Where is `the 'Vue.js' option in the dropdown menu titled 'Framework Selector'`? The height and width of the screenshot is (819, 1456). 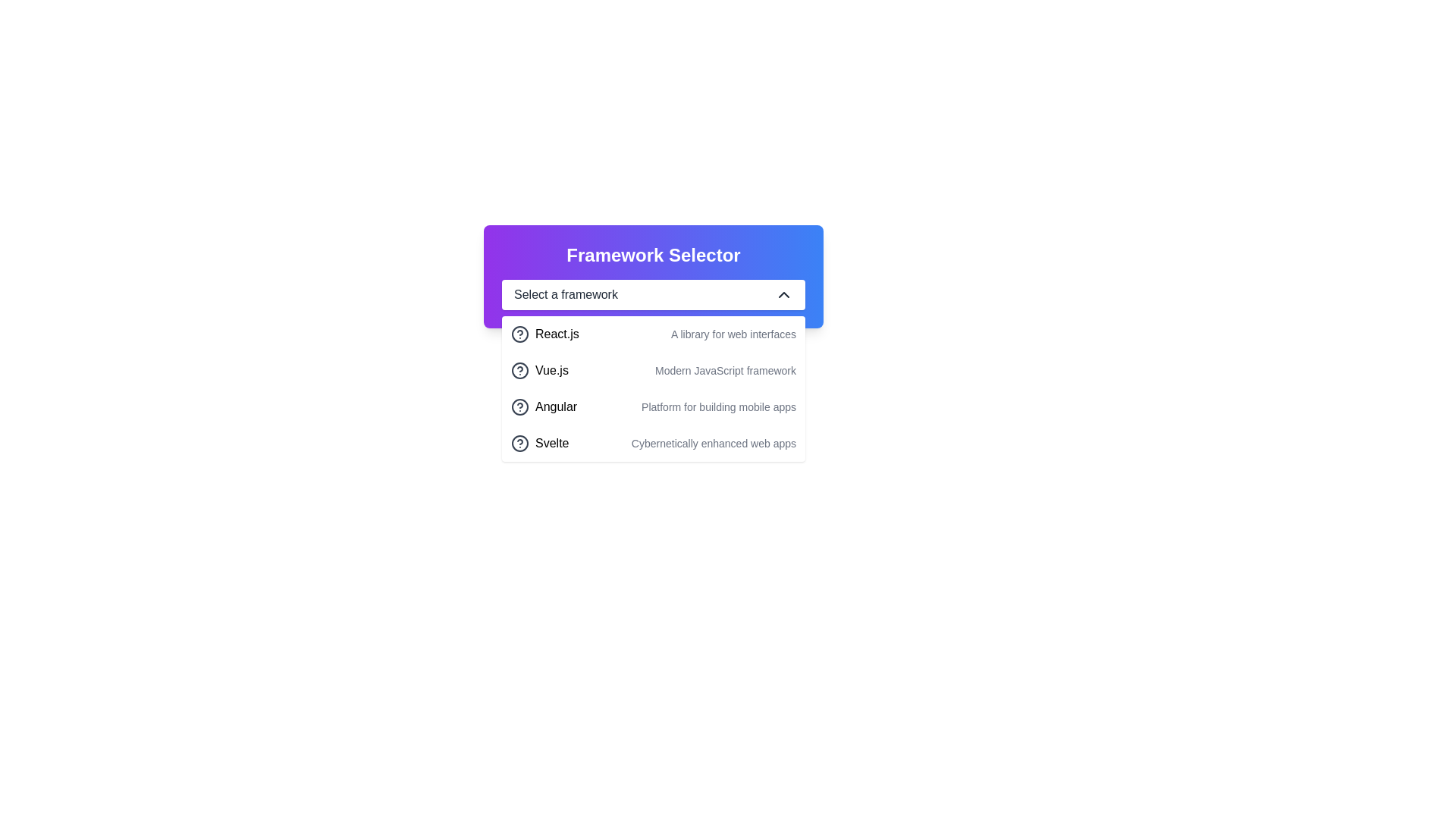 the 'Vue.js' option in the dropdown menu titled 'Framework Selector' is located at coordinates (551, 371).